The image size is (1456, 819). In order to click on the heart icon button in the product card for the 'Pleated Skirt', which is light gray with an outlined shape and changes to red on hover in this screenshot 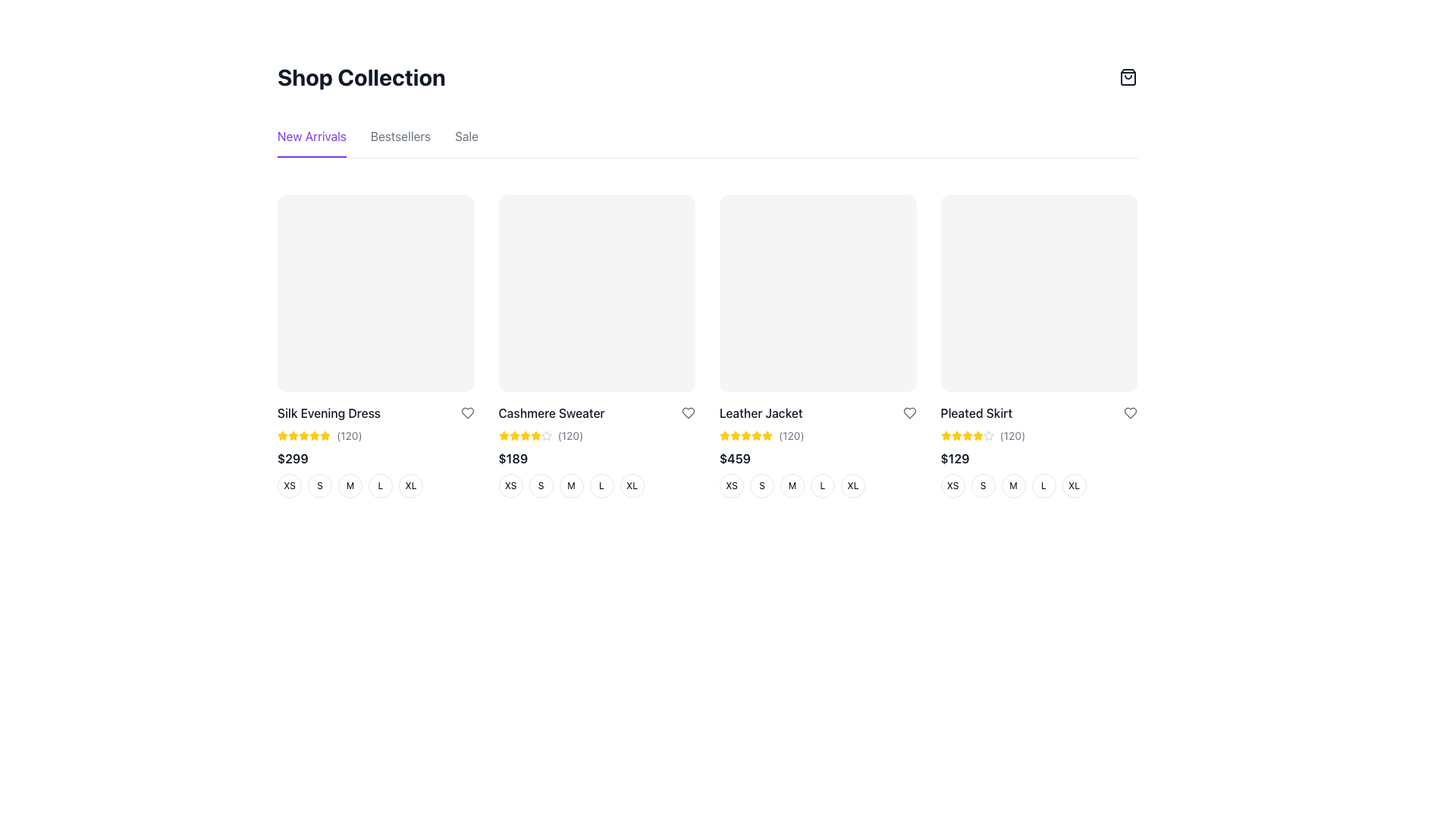, I will do `click(1131, 413)`.